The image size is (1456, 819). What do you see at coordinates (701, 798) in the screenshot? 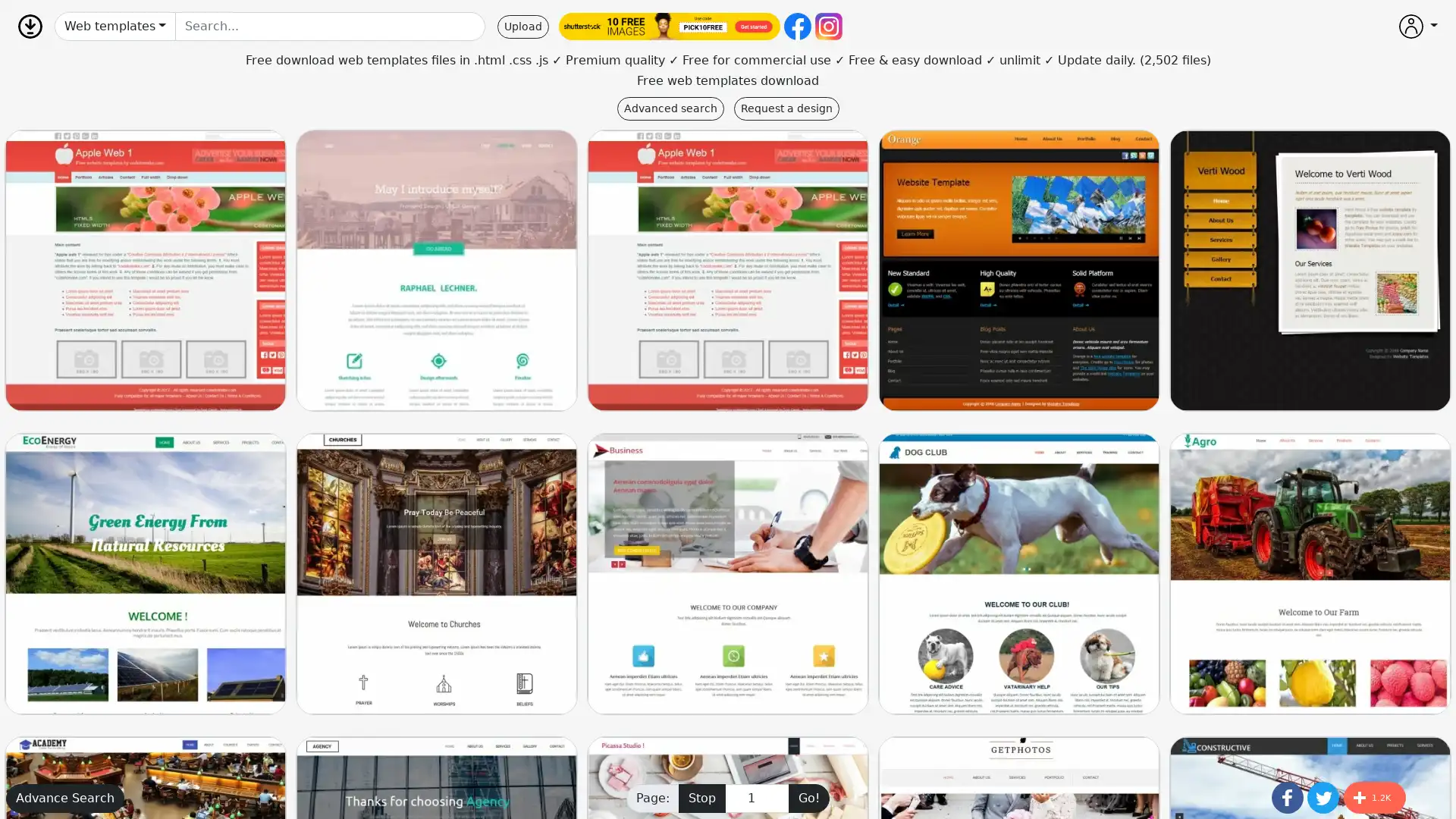
I see `Stop` at bounding box center [701, 798].